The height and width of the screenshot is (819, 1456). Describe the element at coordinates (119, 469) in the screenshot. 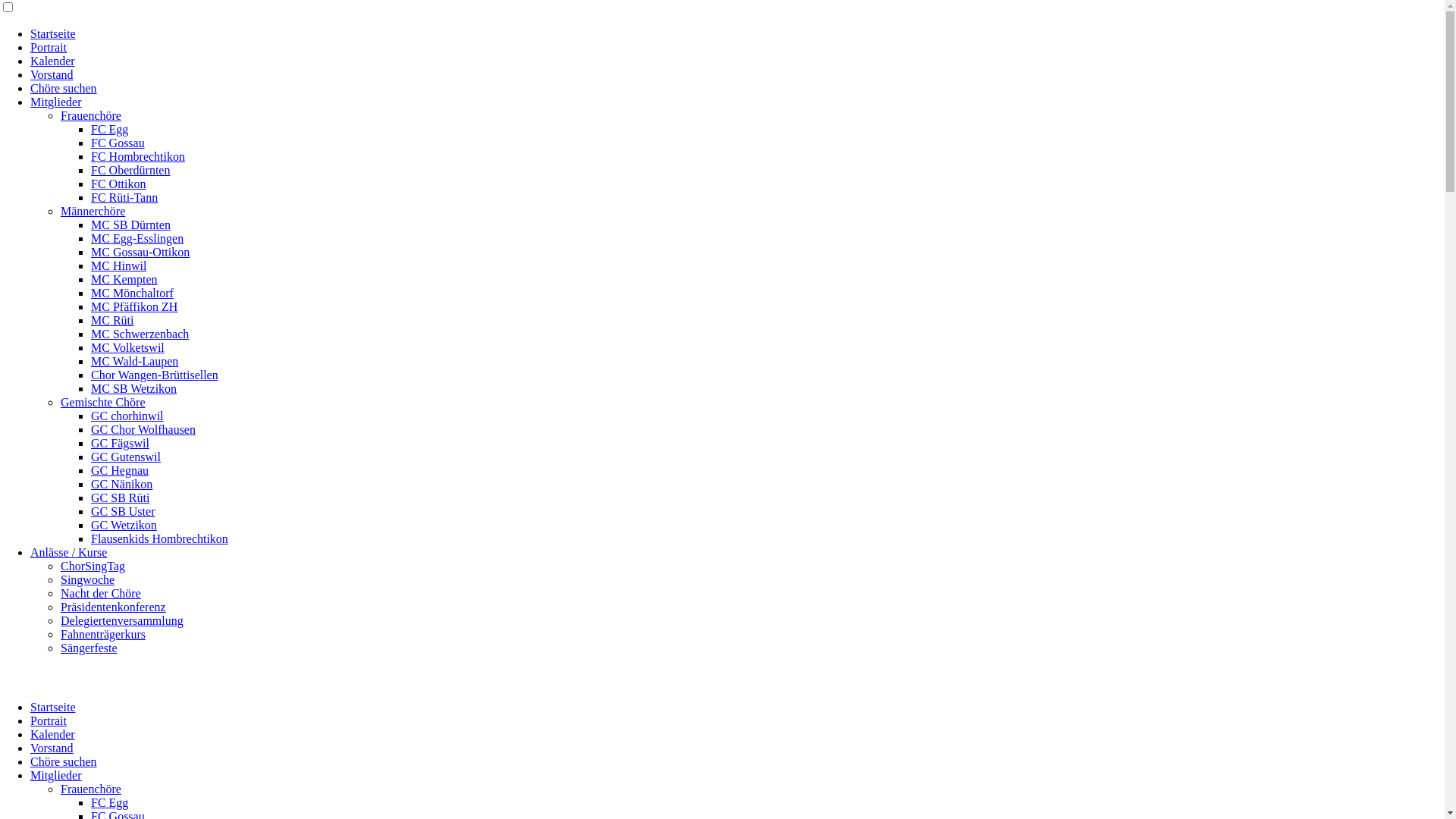

I see `'GC Hegnau'` at that location.